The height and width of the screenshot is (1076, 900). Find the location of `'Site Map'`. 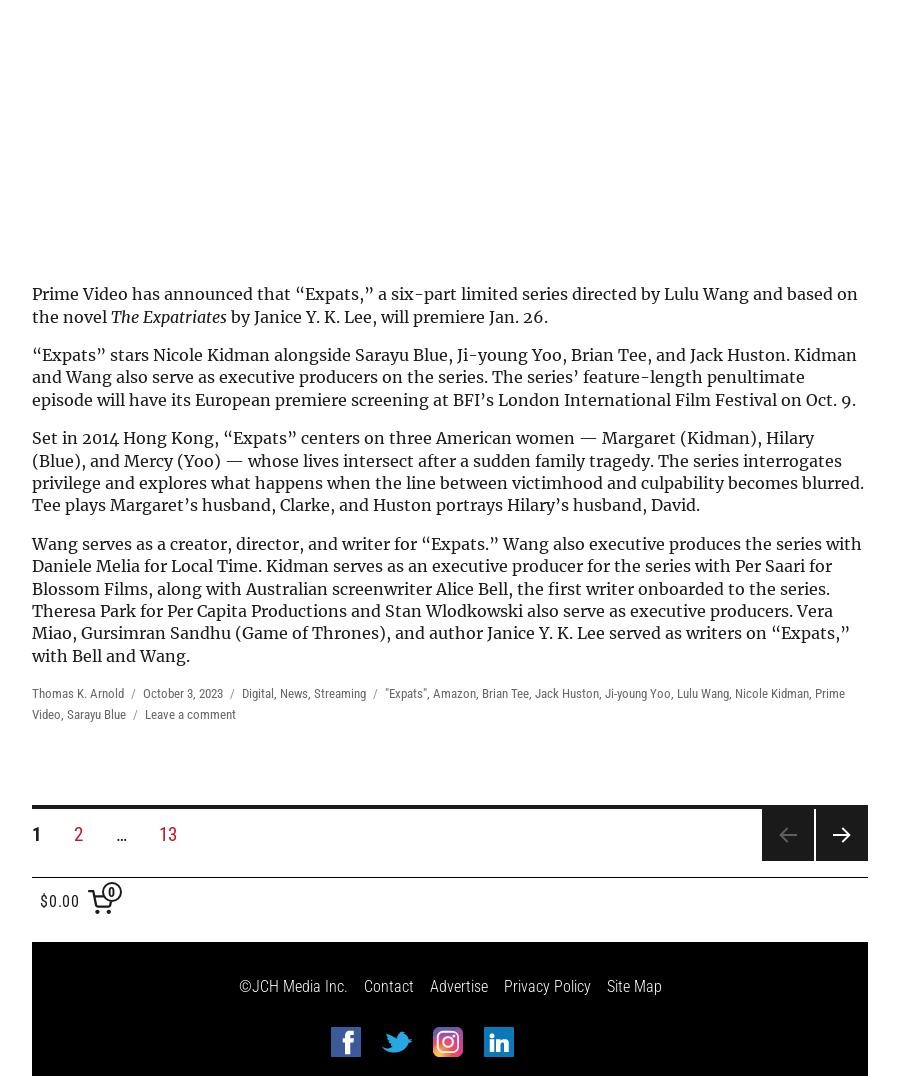

'Site Map' is located at coordinates (633, 986).